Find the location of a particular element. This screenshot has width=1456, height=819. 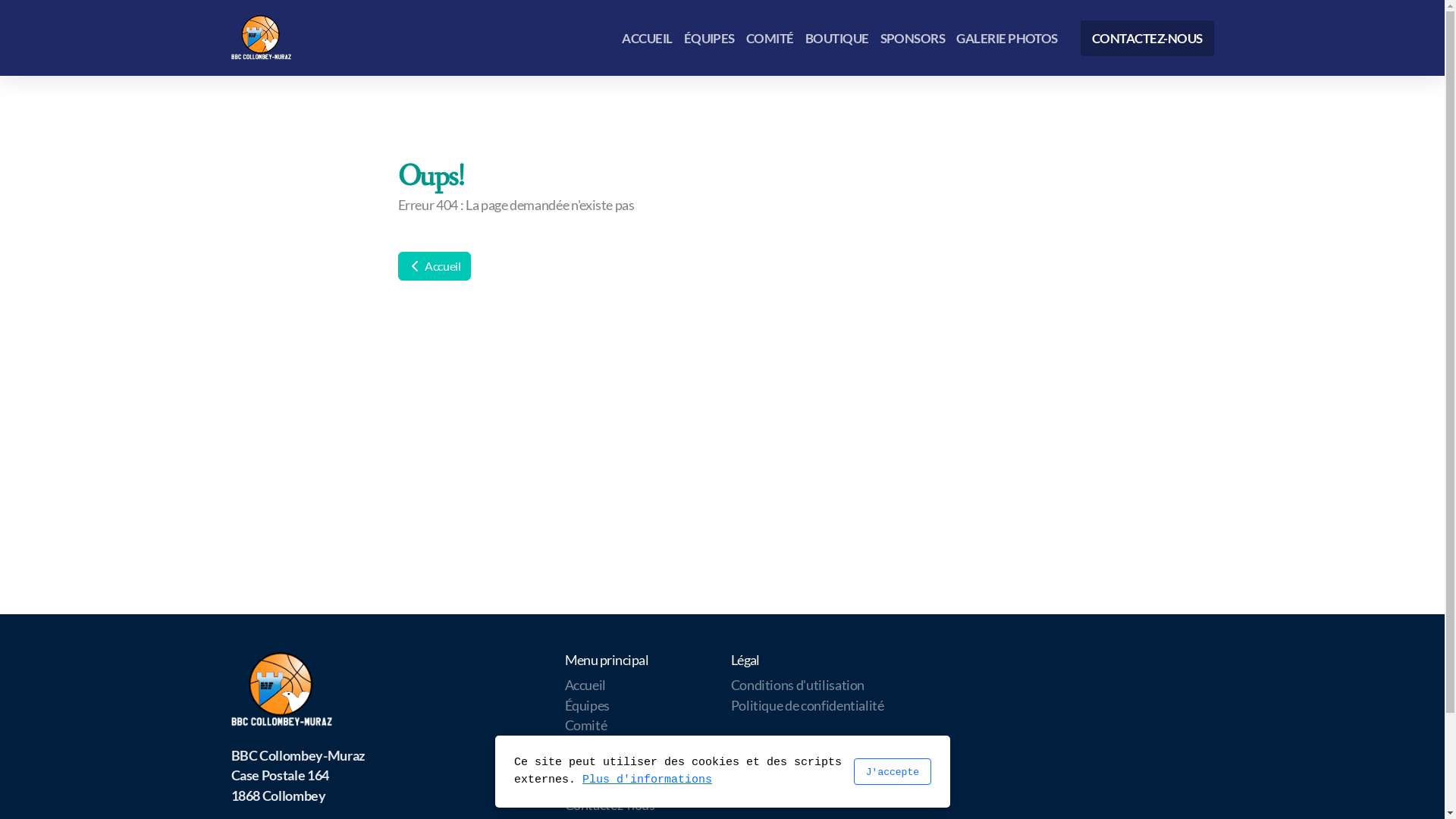

'Accueil' is located at coordinates (584, 685).